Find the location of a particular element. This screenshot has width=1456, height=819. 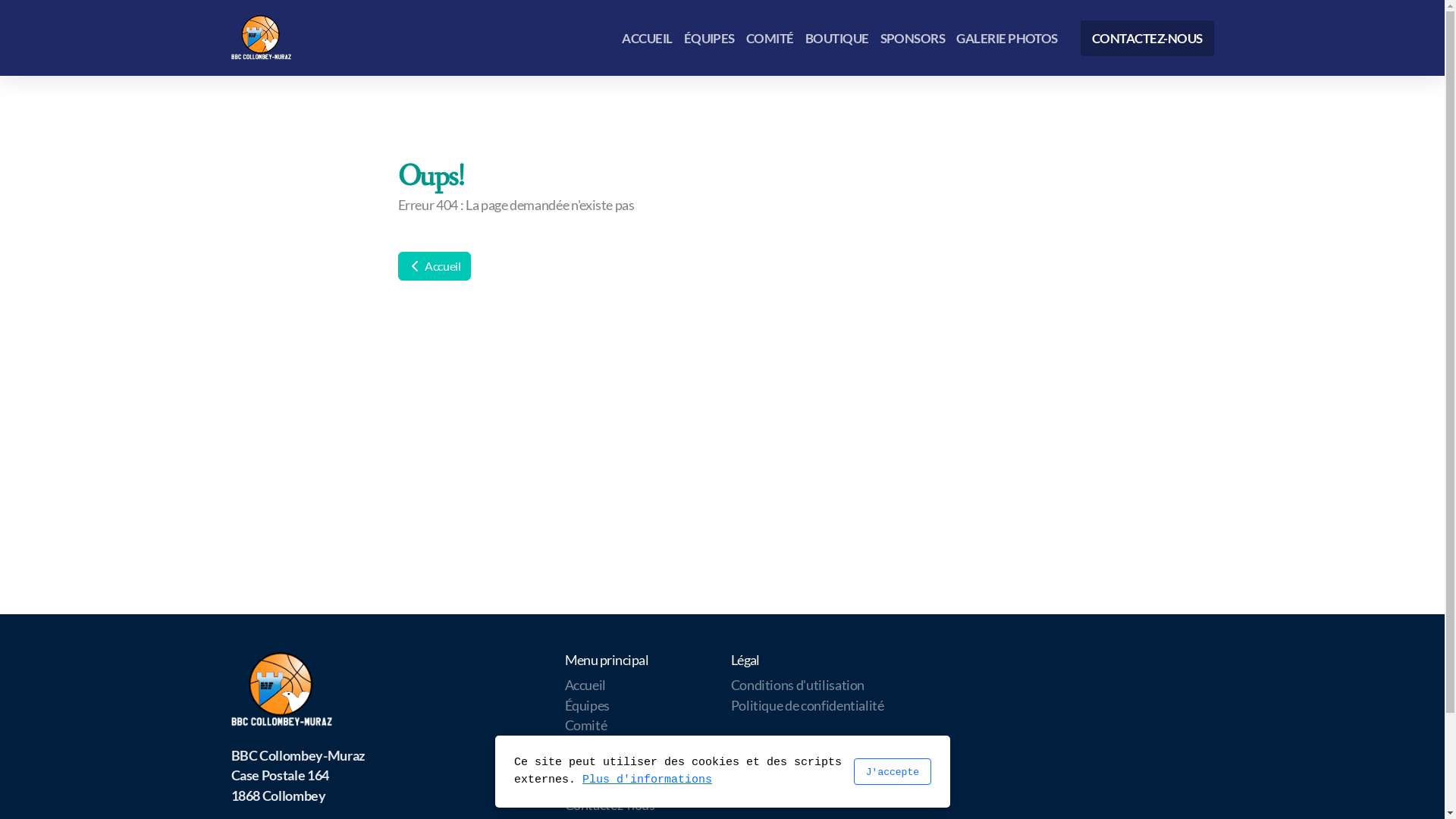

'Accueil' is located at coordinates (584, 685).